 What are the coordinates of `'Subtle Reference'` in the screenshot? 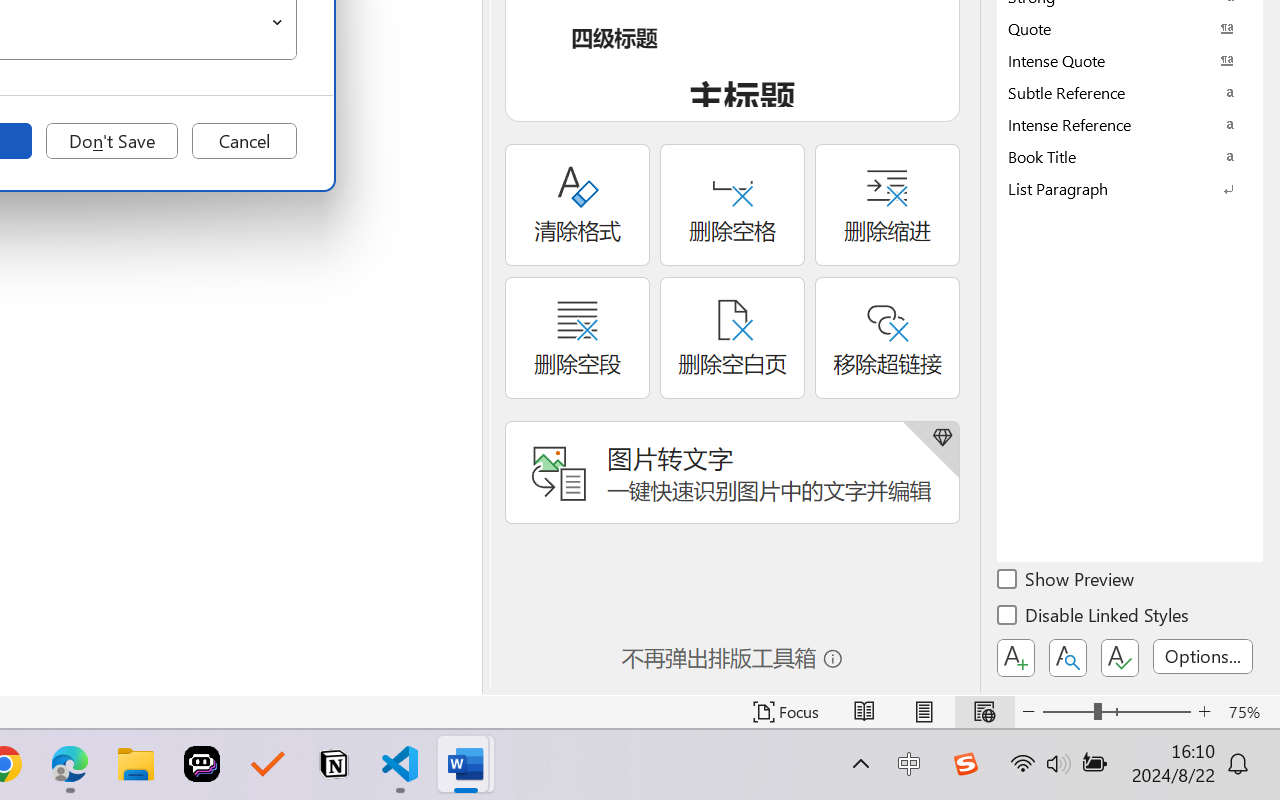 It's located at (1130, 92).